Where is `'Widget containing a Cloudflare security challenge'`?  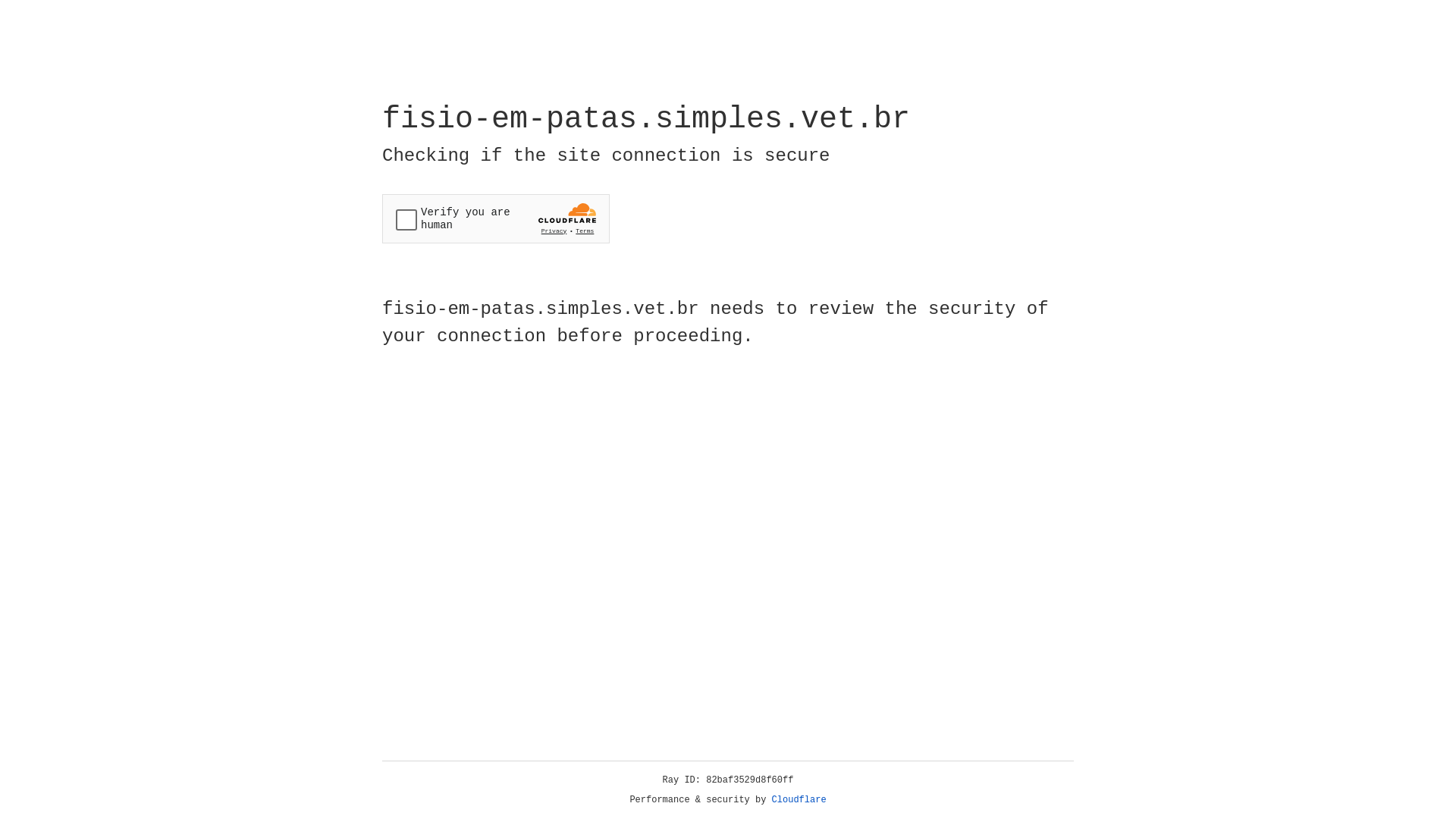
'Widget containing a Cloudflare security challenge' is located at coordinates (495, 218).